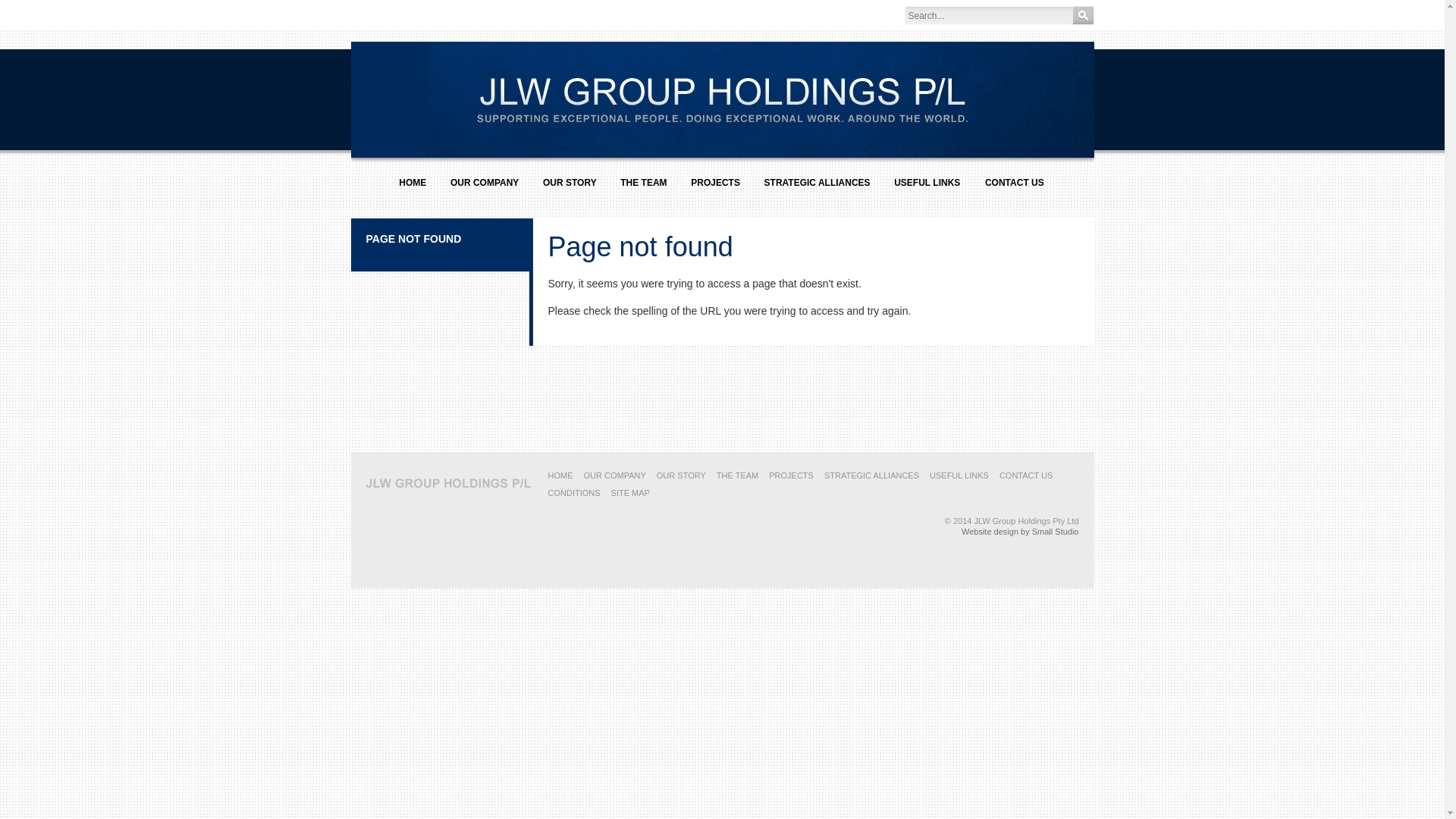 The image size is (1456, 819). What do you see at coordinates (389, 188) in the screenshot?
I see `'HOME'` at bounding box center [389, 188].